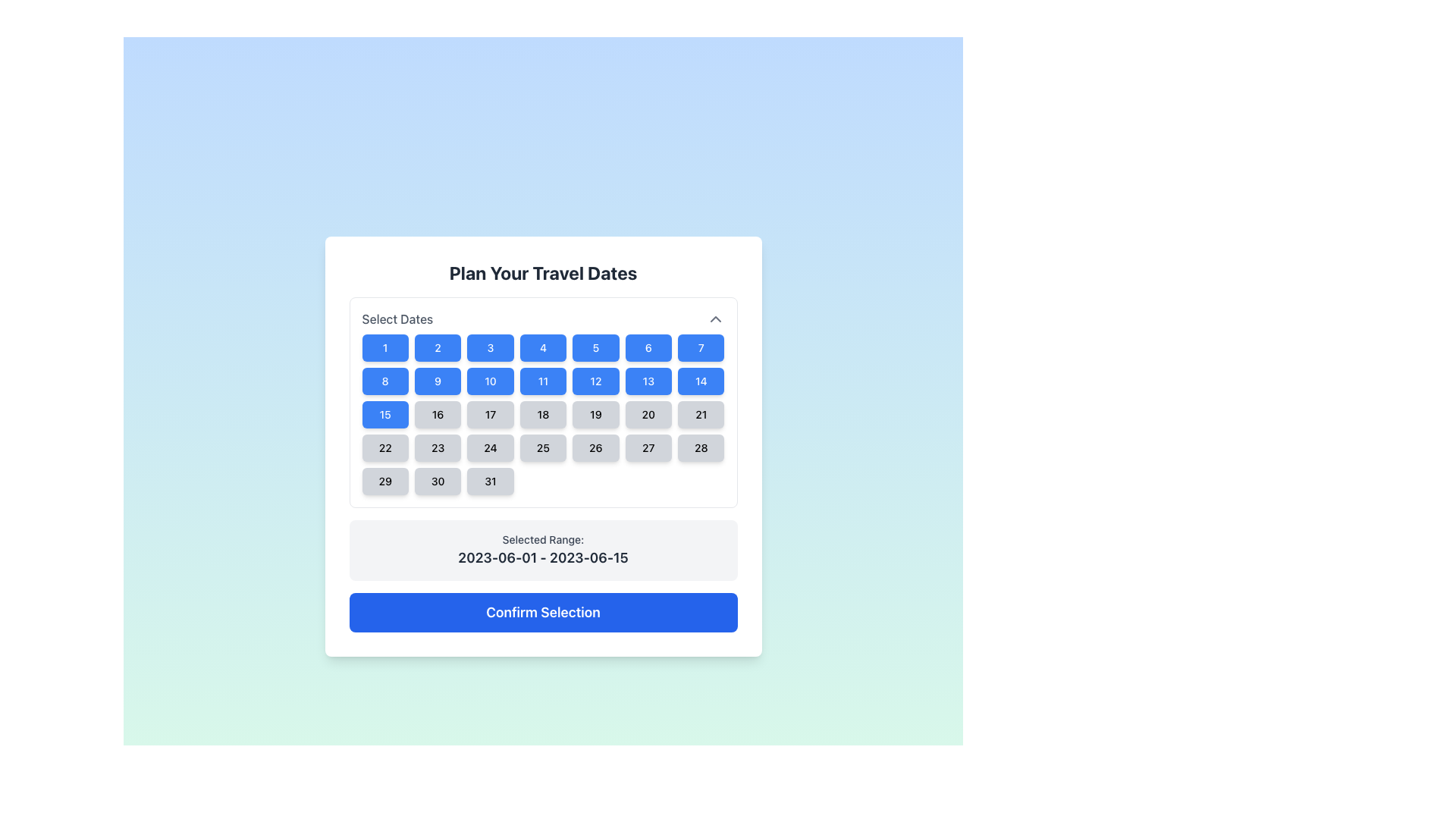  I want to click on the Text Display element that shows the date range '2023-06-01 - 2023-06-15', styled in large bold font with dark gray color against a light gray background, located below the grid of blue date selection buttons, so click(543, 558).